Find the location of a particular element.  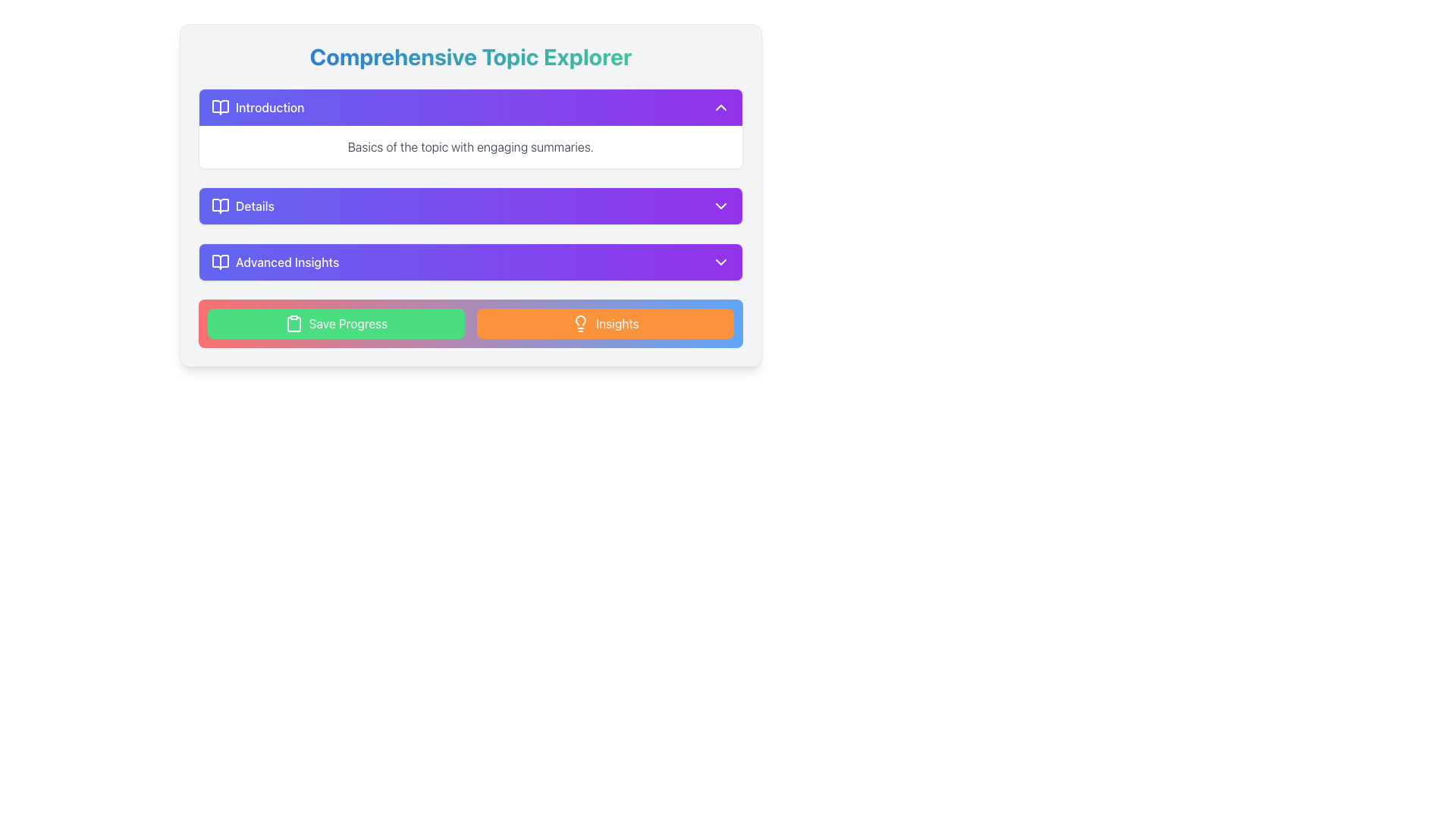

the chevron-down icon located on the right side of the 'Details' section header is located at coordinates (720, 206).